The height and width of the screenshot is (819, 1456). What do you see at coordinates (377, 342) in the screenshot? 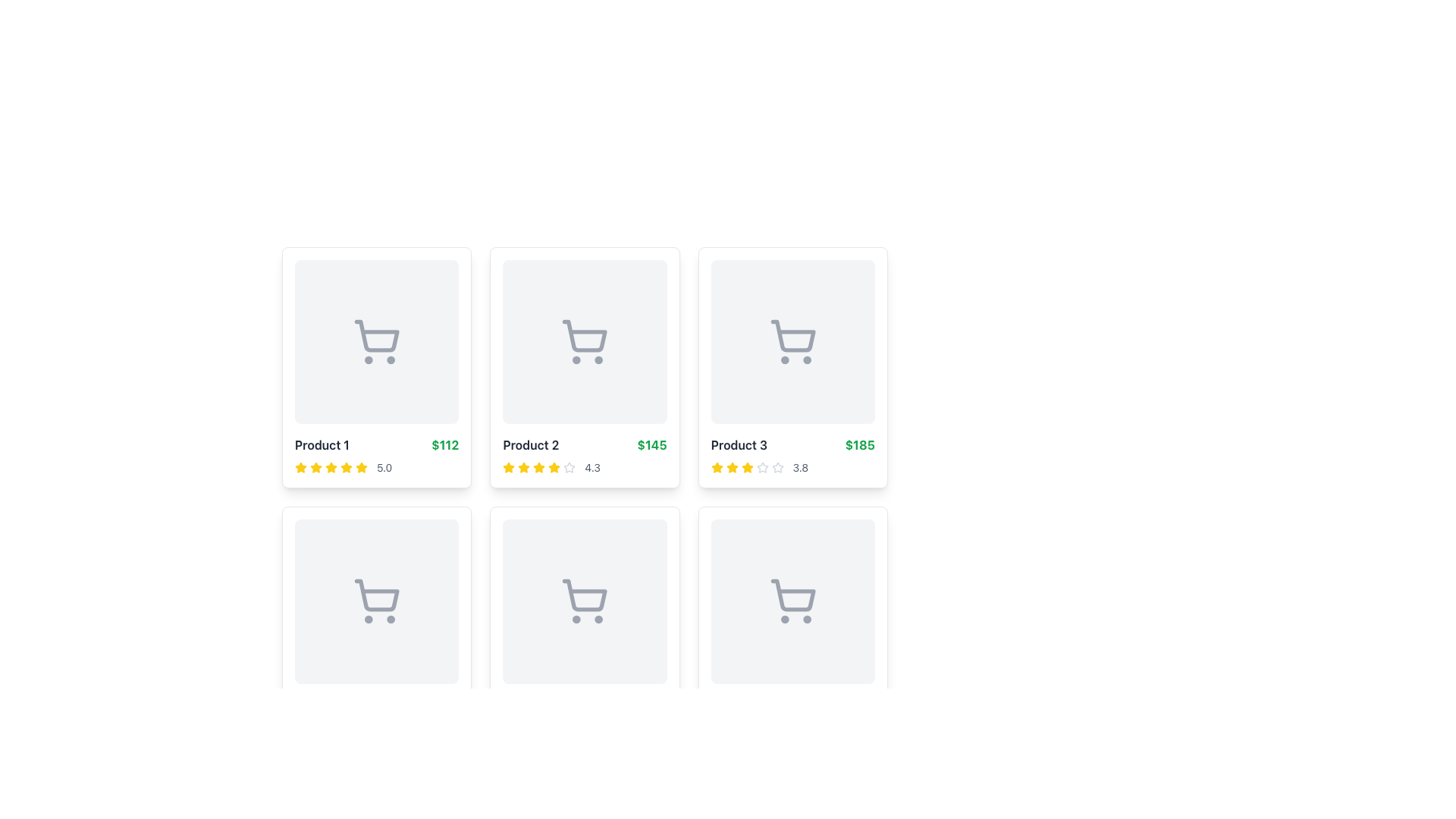
I see `the shopping cart icon located at the center of the thumbnail section in the 'Product 1' card` at bounding box center [377, 342].